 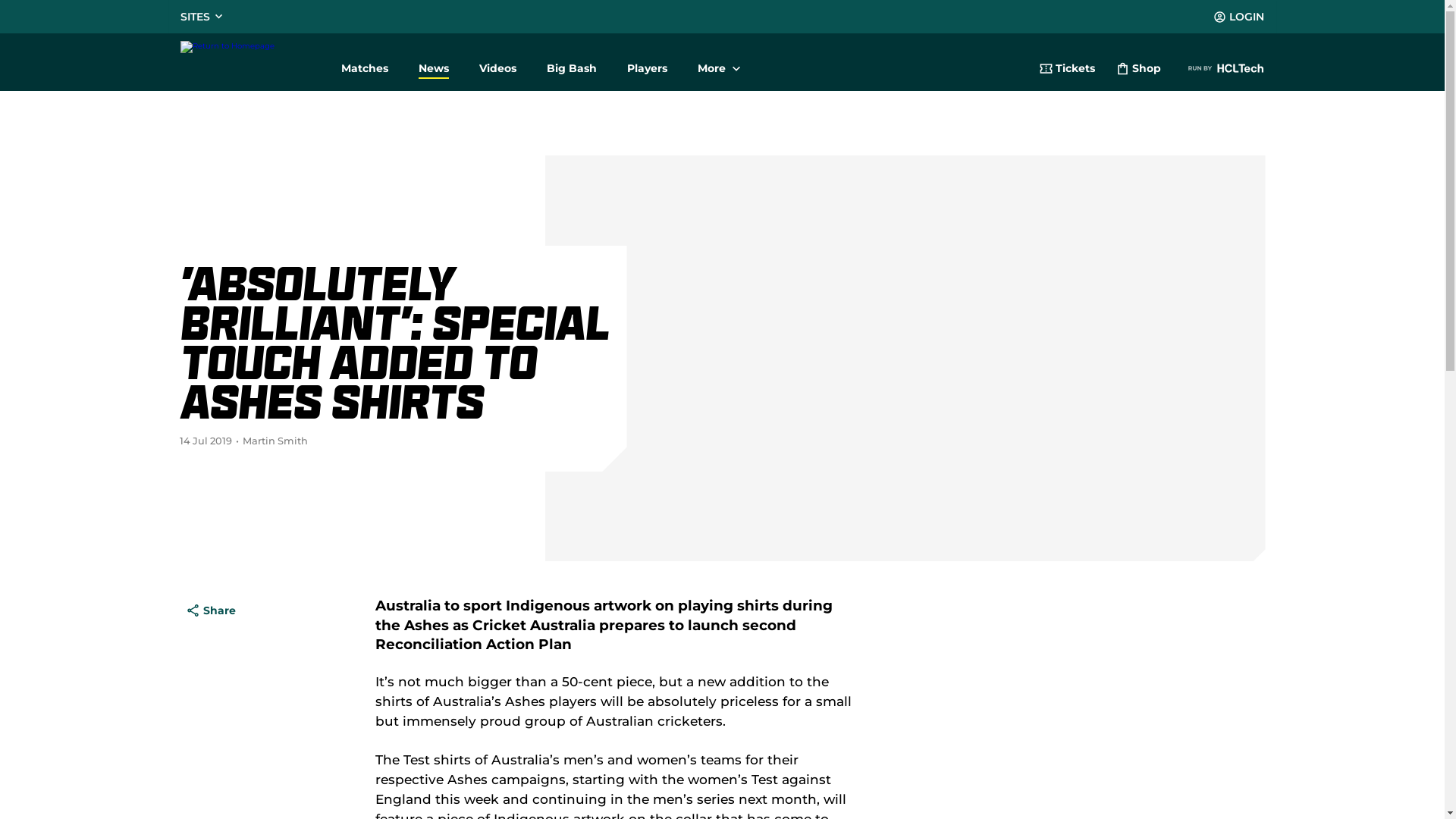 I want to click on 'Tickets', so click(x=1065, y=70).